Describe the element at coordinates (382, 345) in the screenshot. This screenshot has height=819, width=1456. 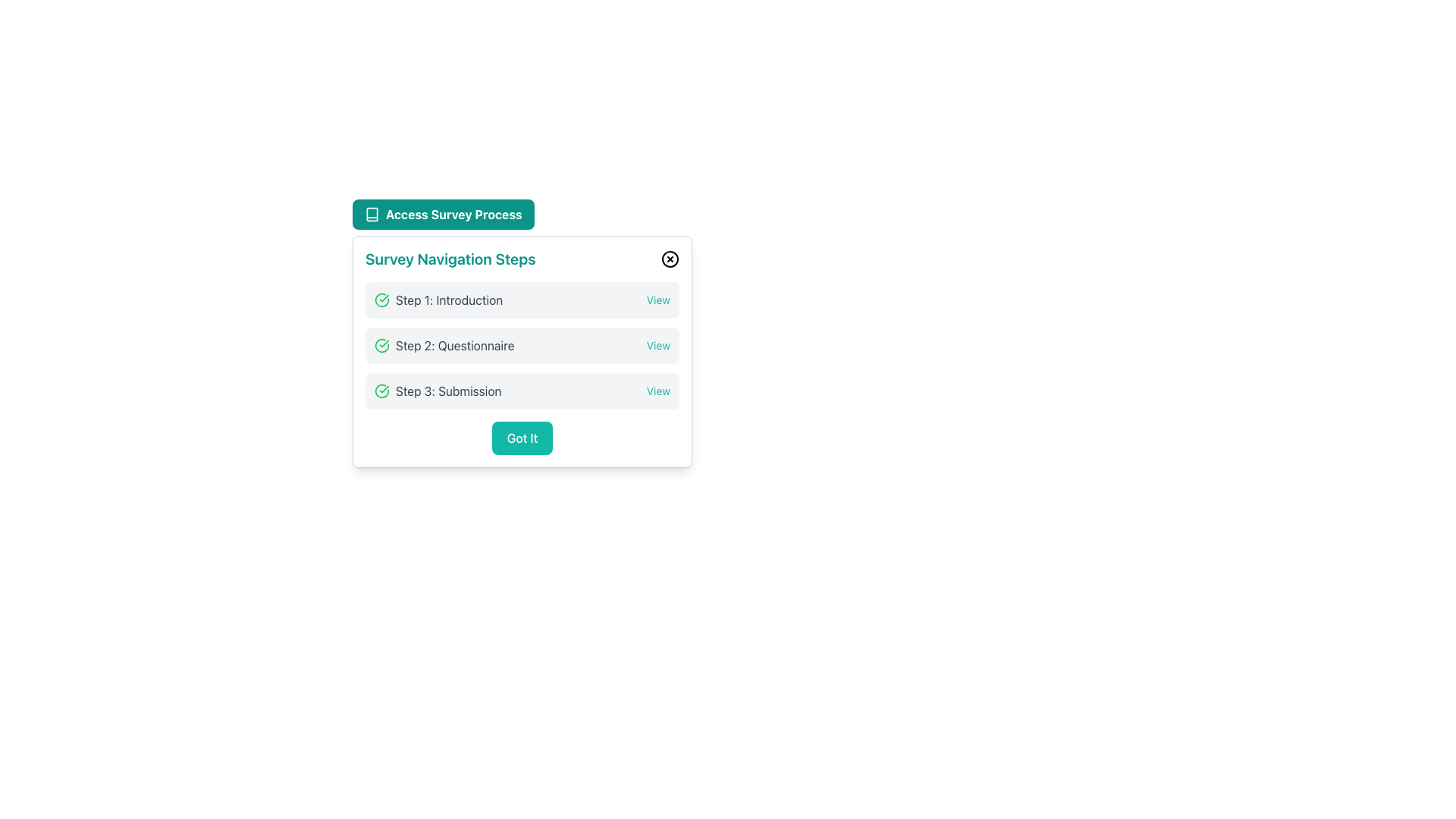
I see `the circular icon forming part of the green check mark in the second step of the survey navigation steps, which symbolizes completion` at that location.